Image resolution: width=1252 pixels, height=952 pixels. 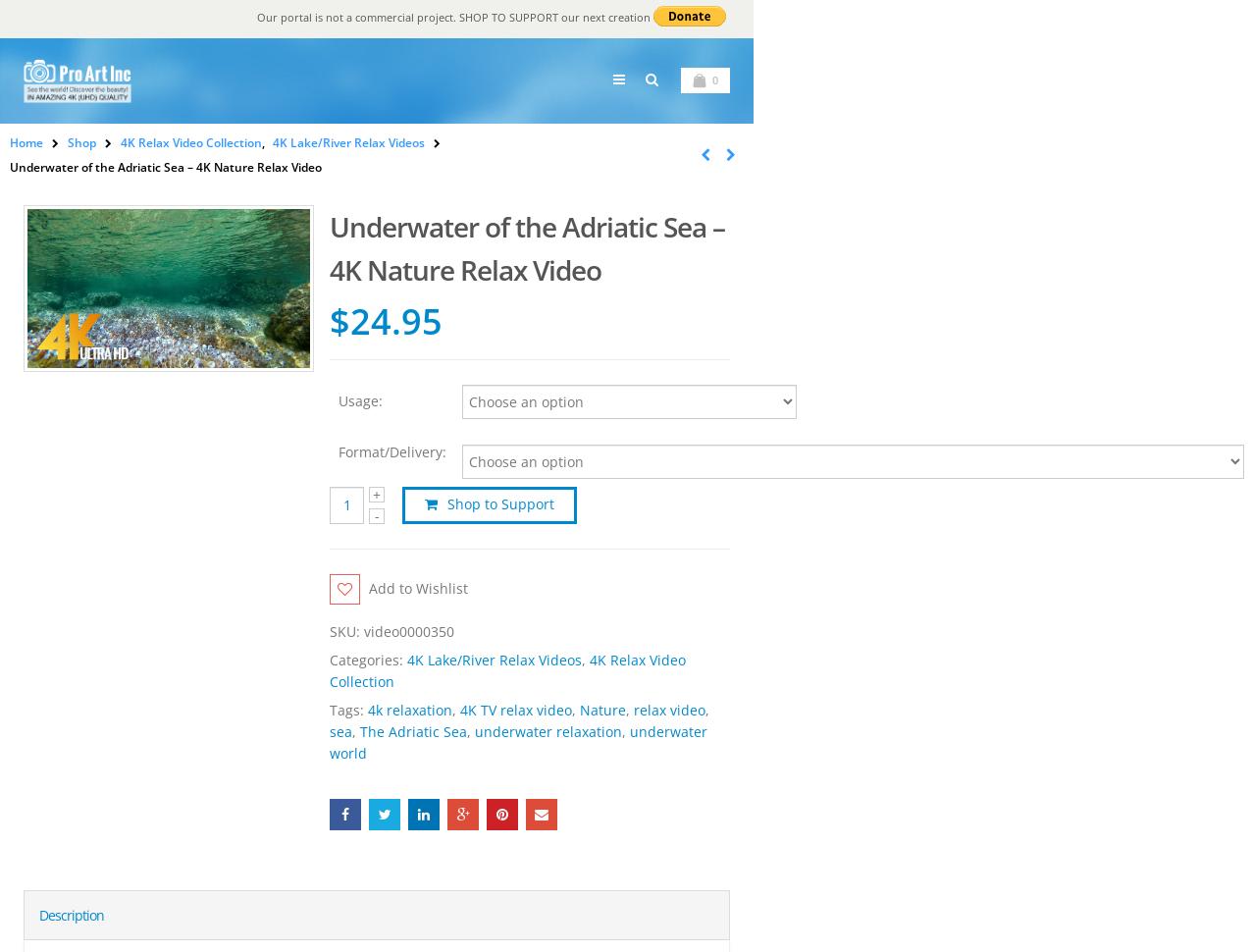 What do you see at coordinates (385, 320) in the screenshot?
I see `'$24.95'` at bounding box center [385, 320].